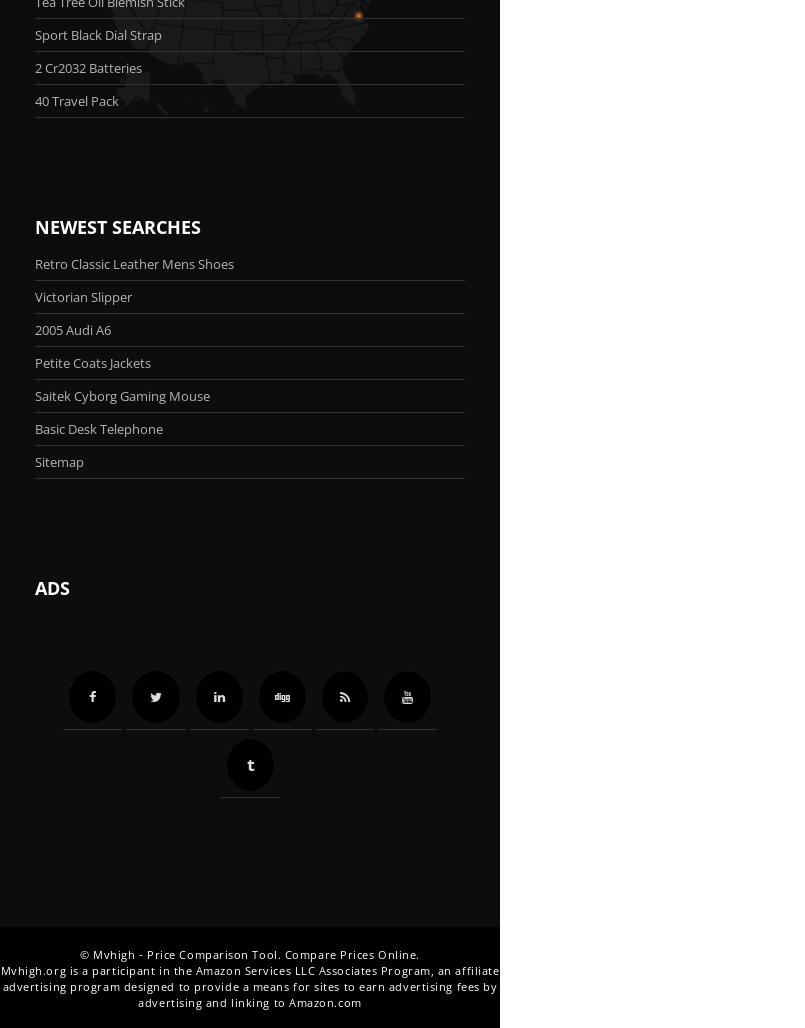 The image size is (805, 1028). What do you see at coordinates (348, 953) in the screenshot?
I see `'. Compare Prices Online.'` at bounding box center [348, 953].